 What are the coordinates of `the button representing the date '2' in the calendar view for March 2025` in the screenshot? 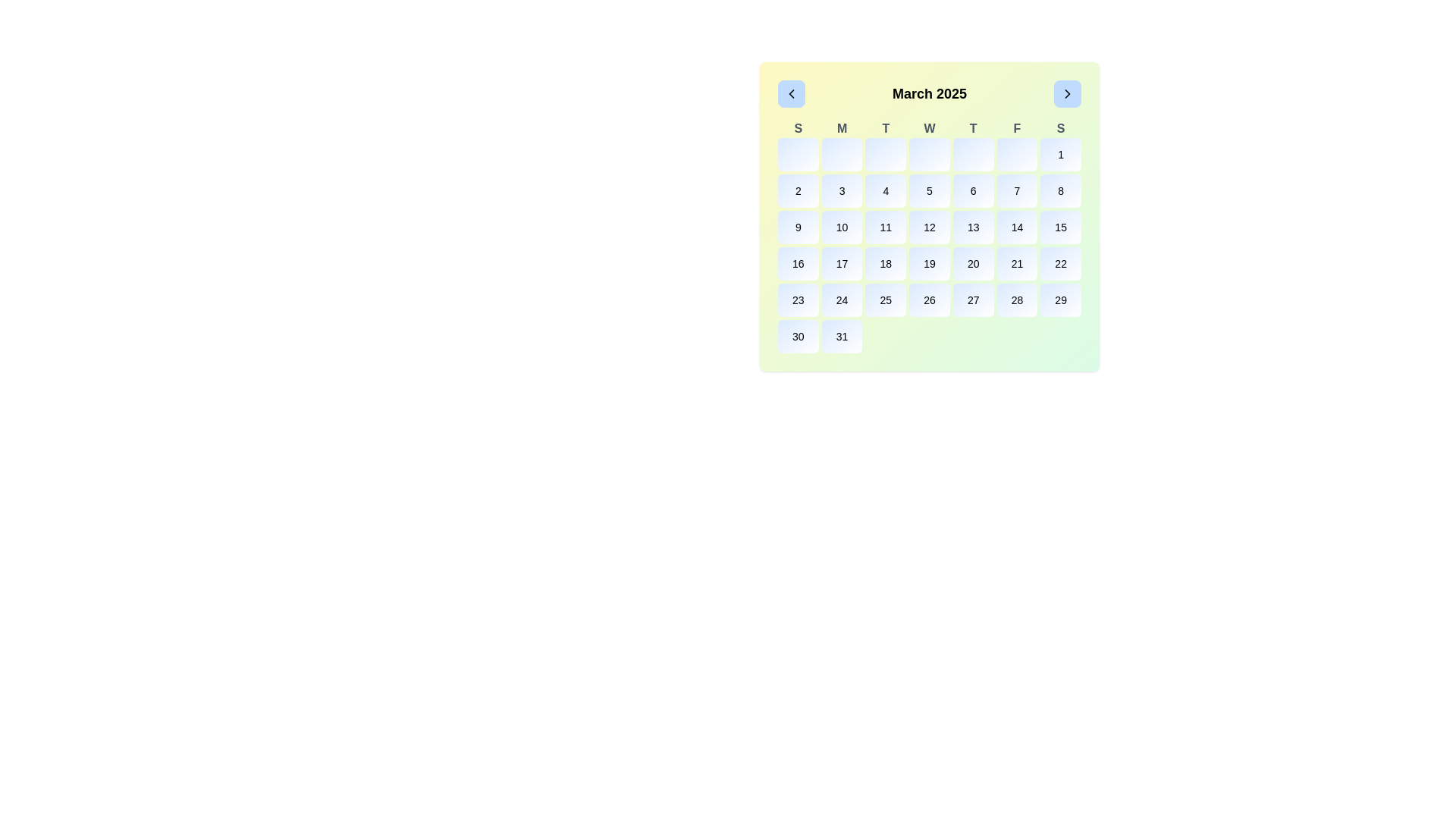 It's located at (797, 190).